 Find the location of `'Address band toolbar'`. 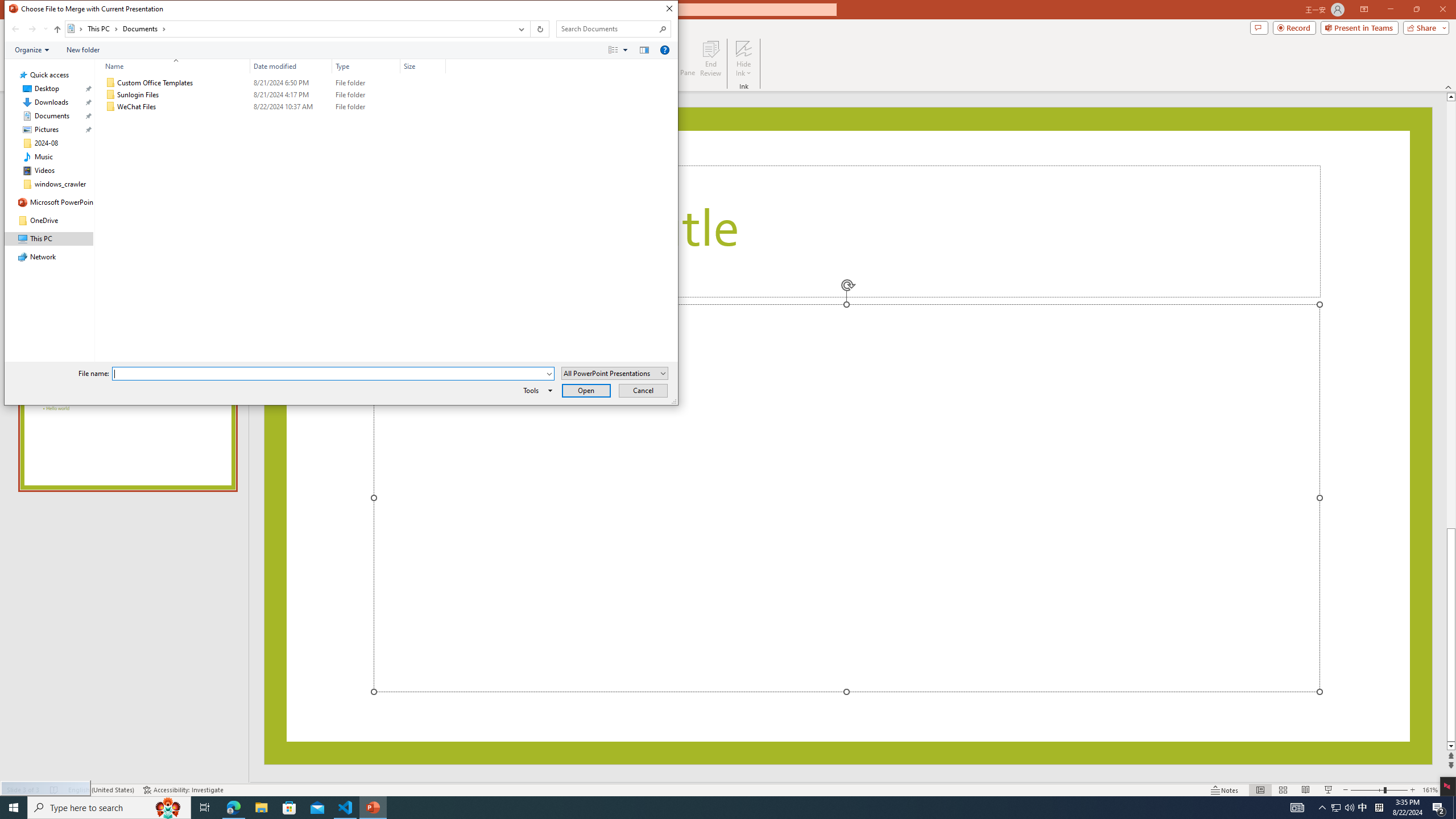

'Address band toolbar' is located at coordinates (529, 28).